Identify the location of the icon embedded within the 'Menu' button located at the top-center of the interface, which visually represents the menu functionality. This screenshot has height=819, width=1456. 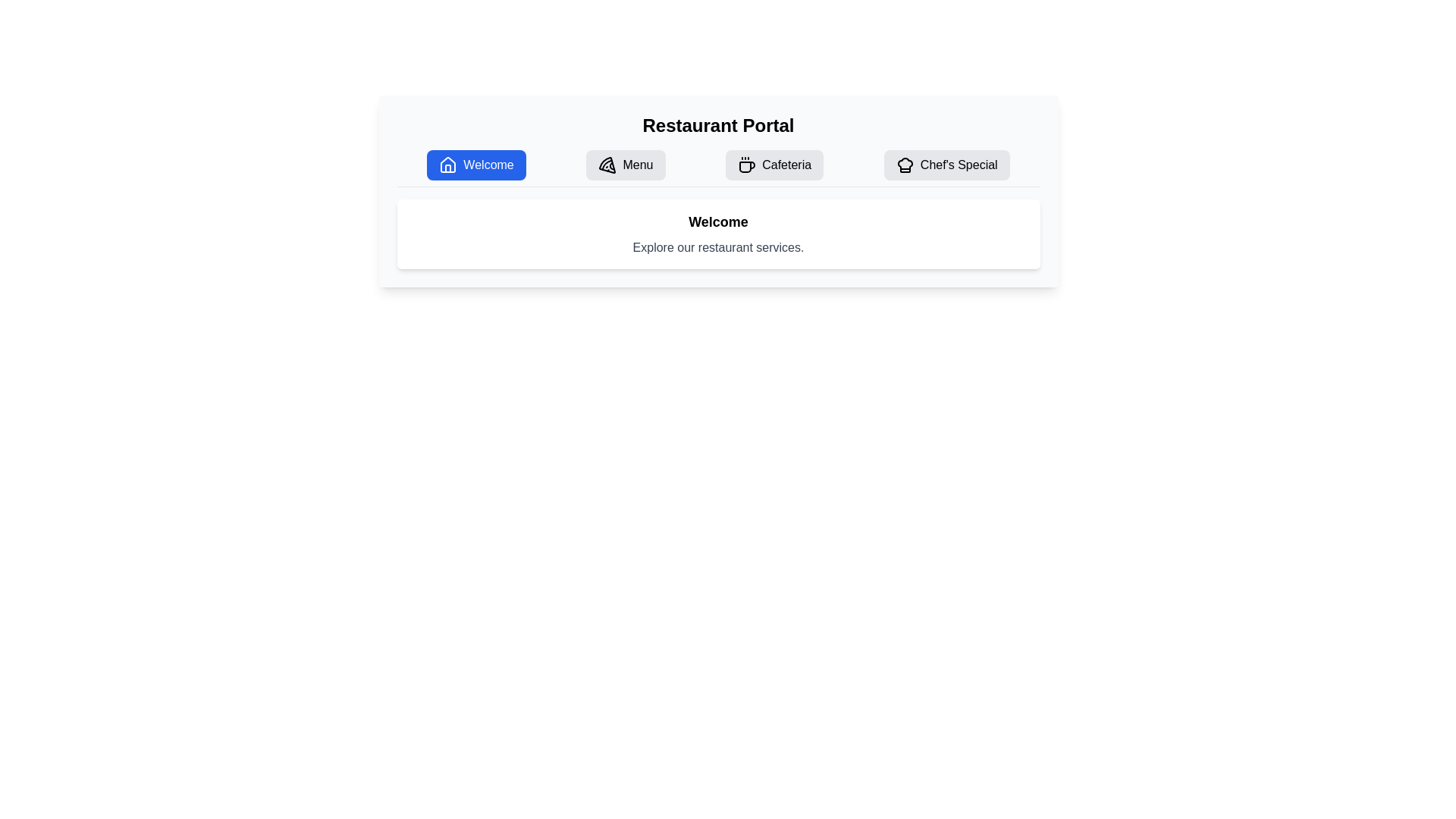
(607, 165).